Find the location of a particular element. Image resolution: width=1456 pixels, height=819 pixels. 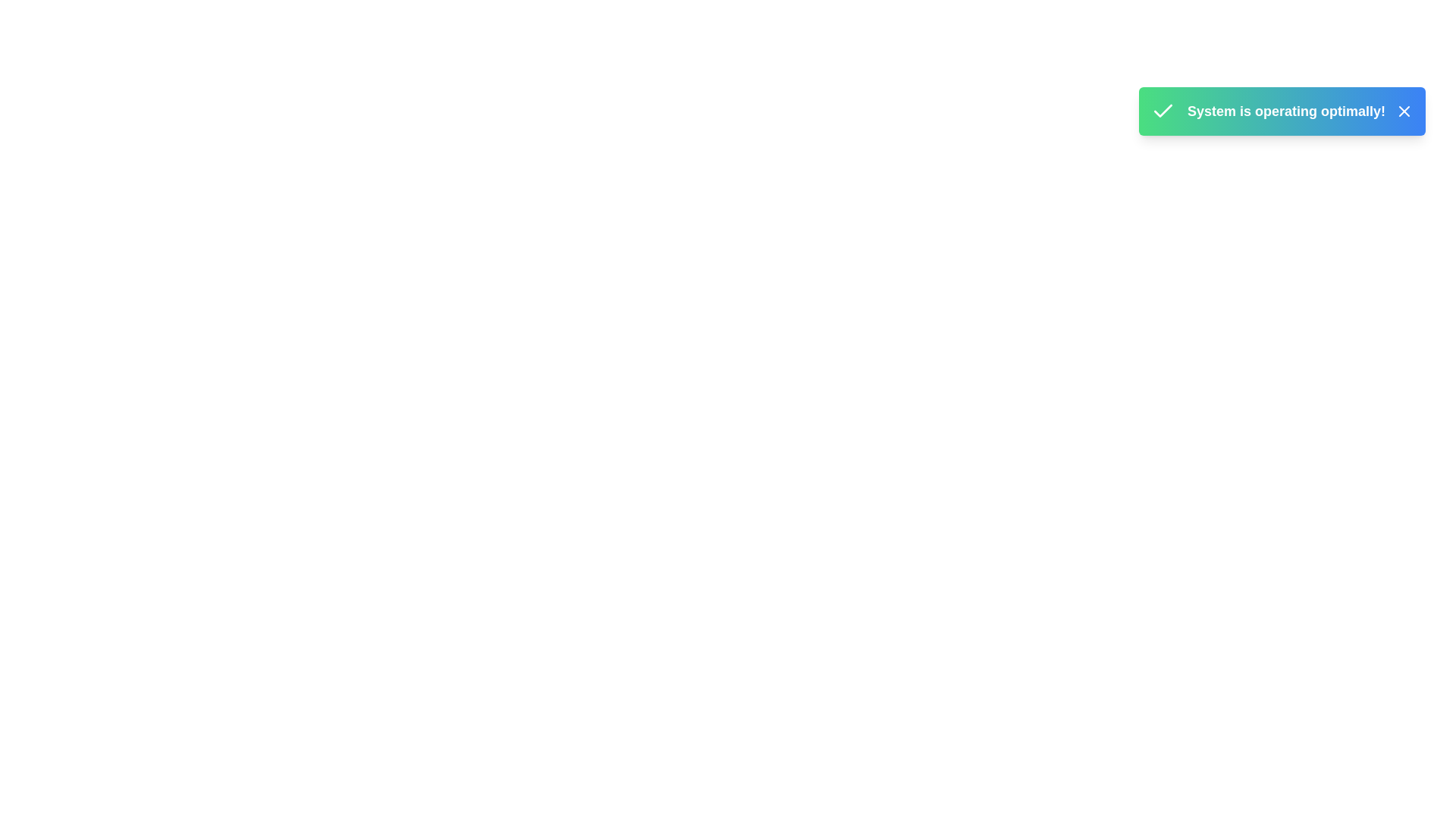

the close button of the notification panel is located at coordinates (1404, 110).